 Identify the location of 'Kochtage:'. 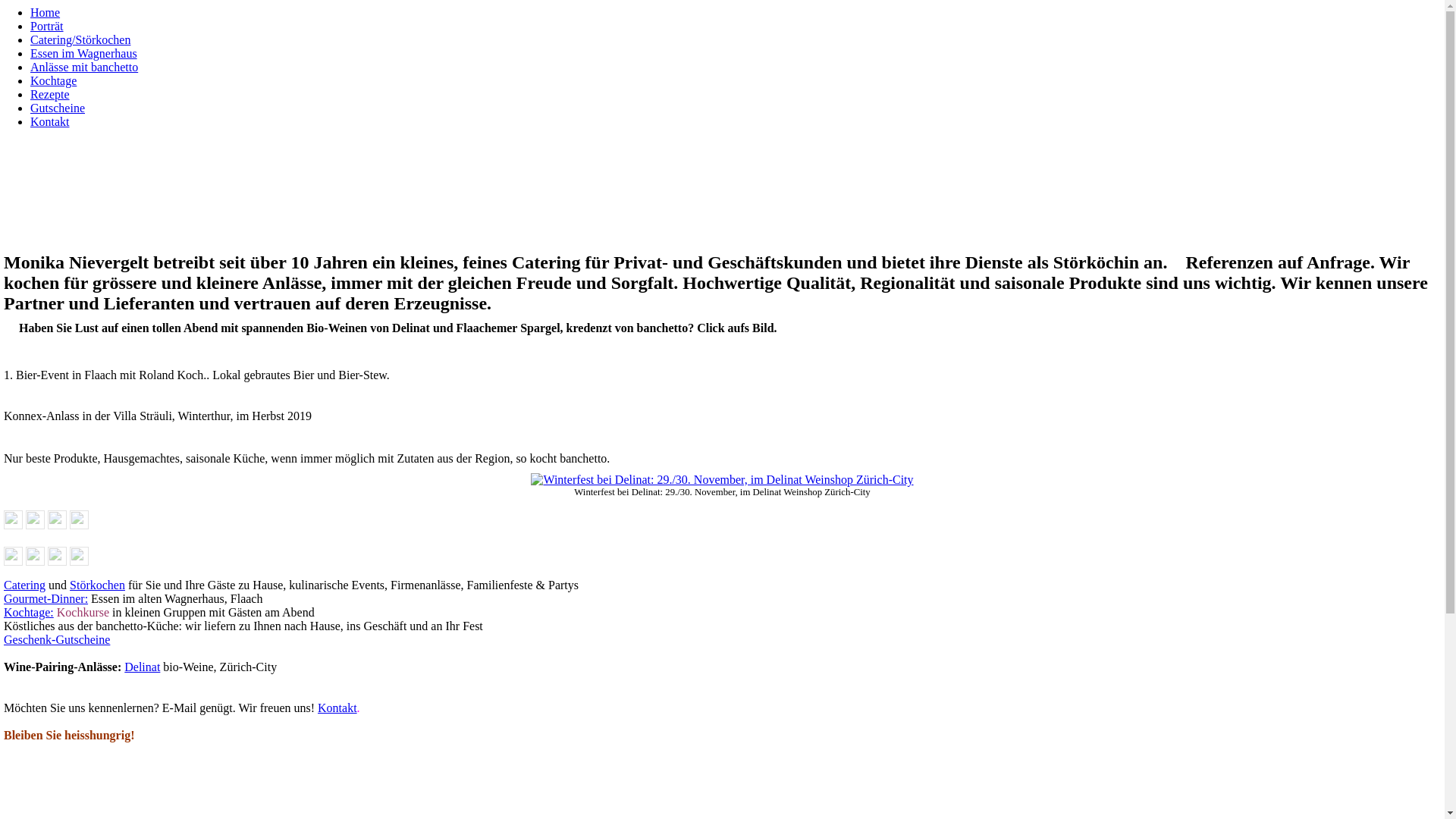
(29, 611).